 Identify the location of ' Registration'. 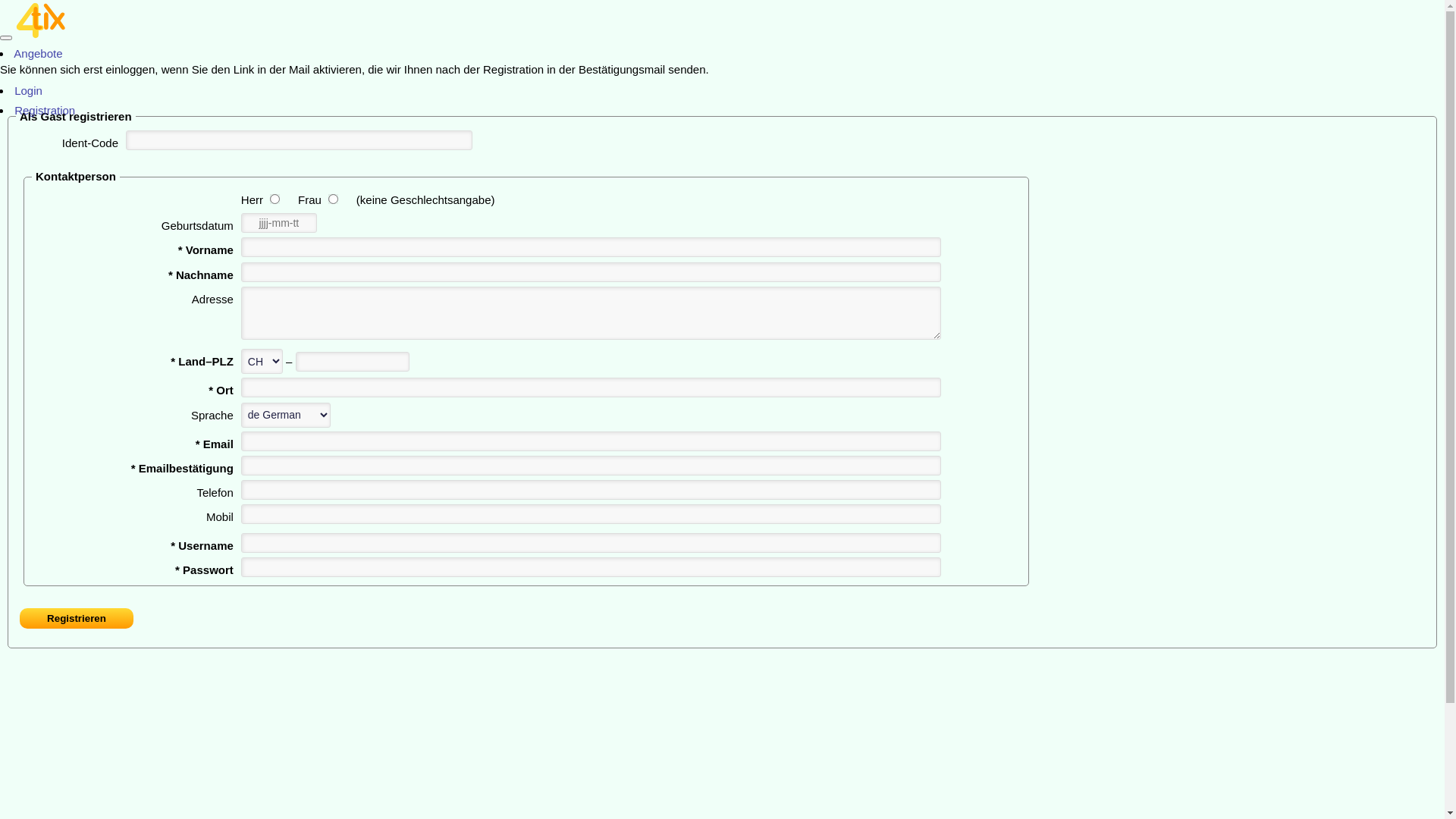
(43, 109).